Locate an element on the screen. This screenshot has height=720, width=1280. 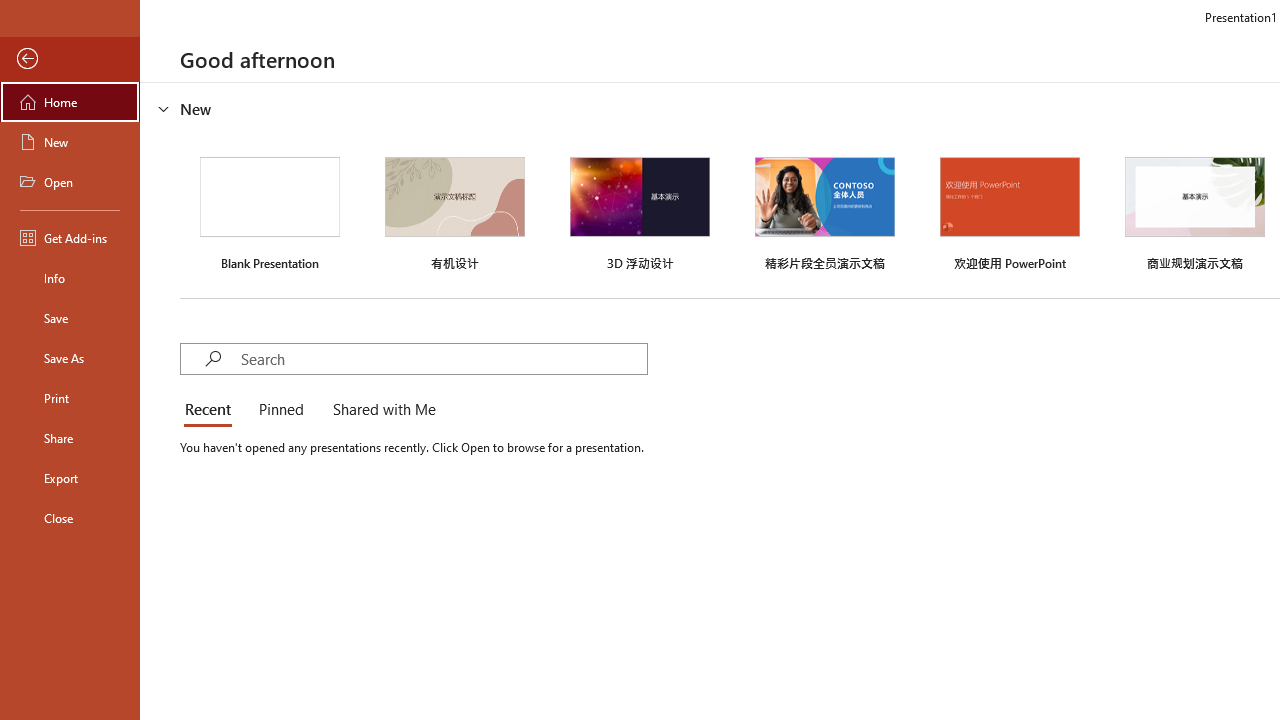
'New' is located at coordinates (69, 140).